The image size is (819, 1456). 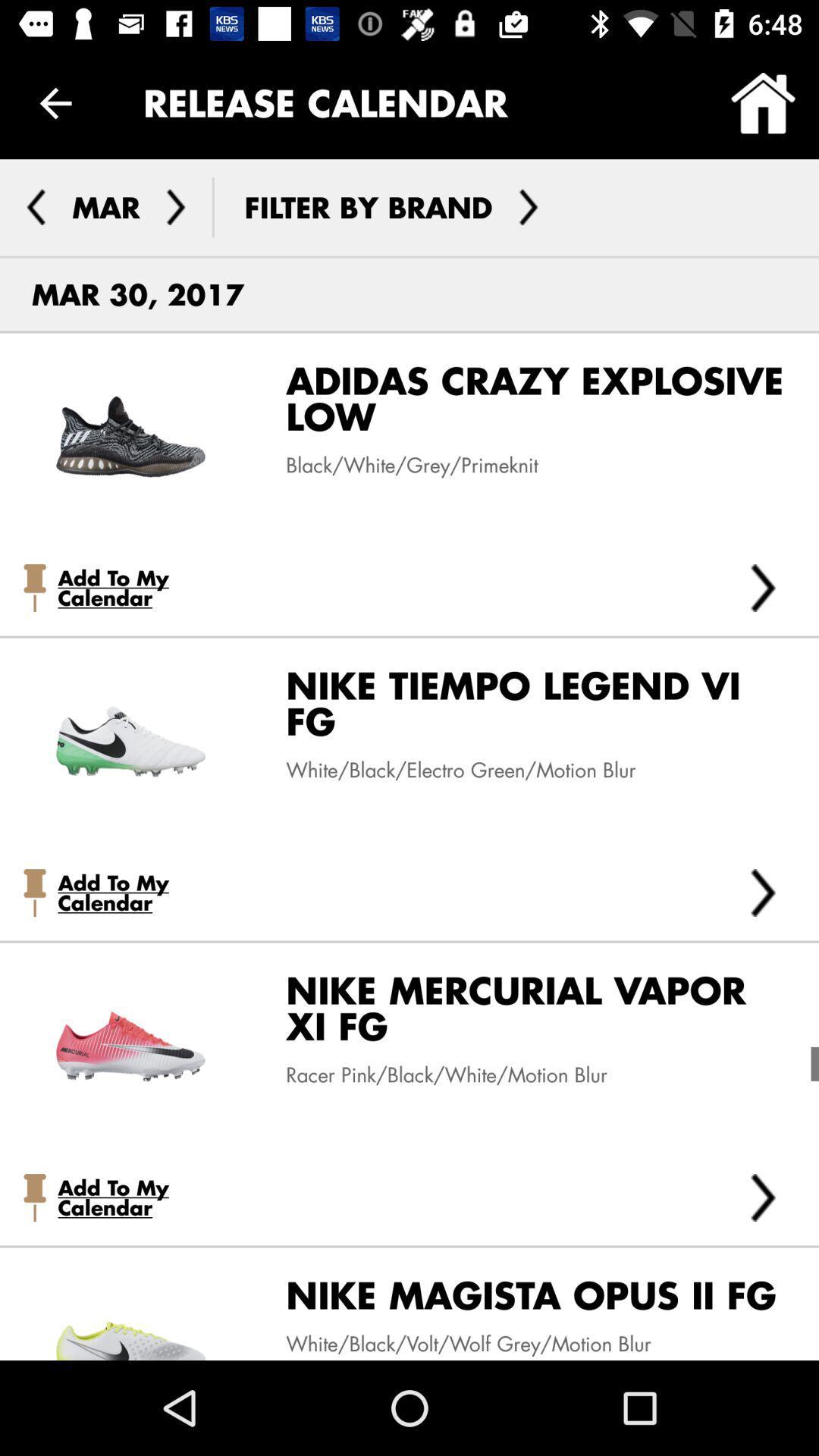 What do you see at coordinates (523, 708) in the screenshot?
I see `the nike tiempo legend item` at bounding box center [523, 708].